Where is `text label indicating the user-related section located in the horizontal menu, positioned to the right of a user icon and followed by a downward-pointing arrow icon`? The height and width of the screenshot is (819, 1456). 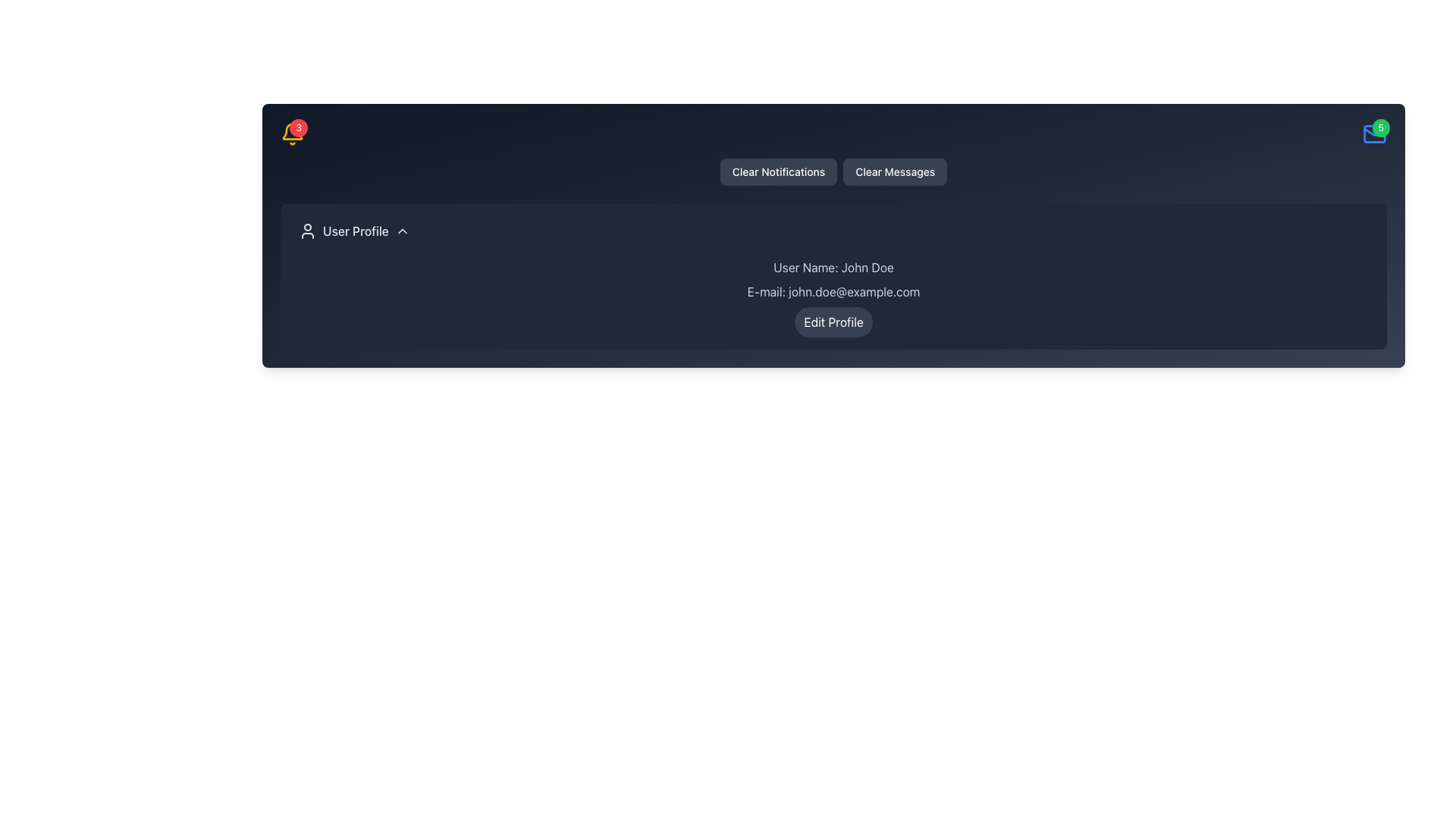
text label indicating the user-related section located in the horizontal menu, positioned to the right of a user icon and followed by a downward-pointing arrow icon is located at coordinates (355, 231).